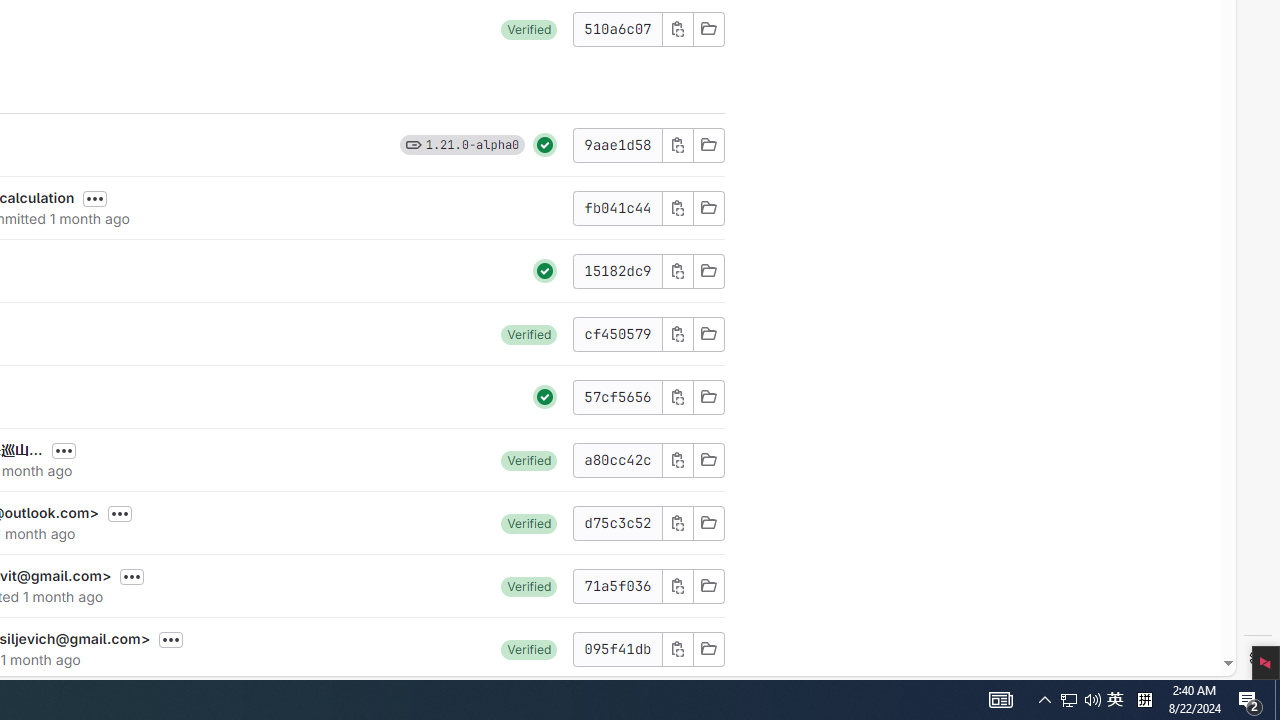  I want to click on 'Class: s16', so click(708, 648).